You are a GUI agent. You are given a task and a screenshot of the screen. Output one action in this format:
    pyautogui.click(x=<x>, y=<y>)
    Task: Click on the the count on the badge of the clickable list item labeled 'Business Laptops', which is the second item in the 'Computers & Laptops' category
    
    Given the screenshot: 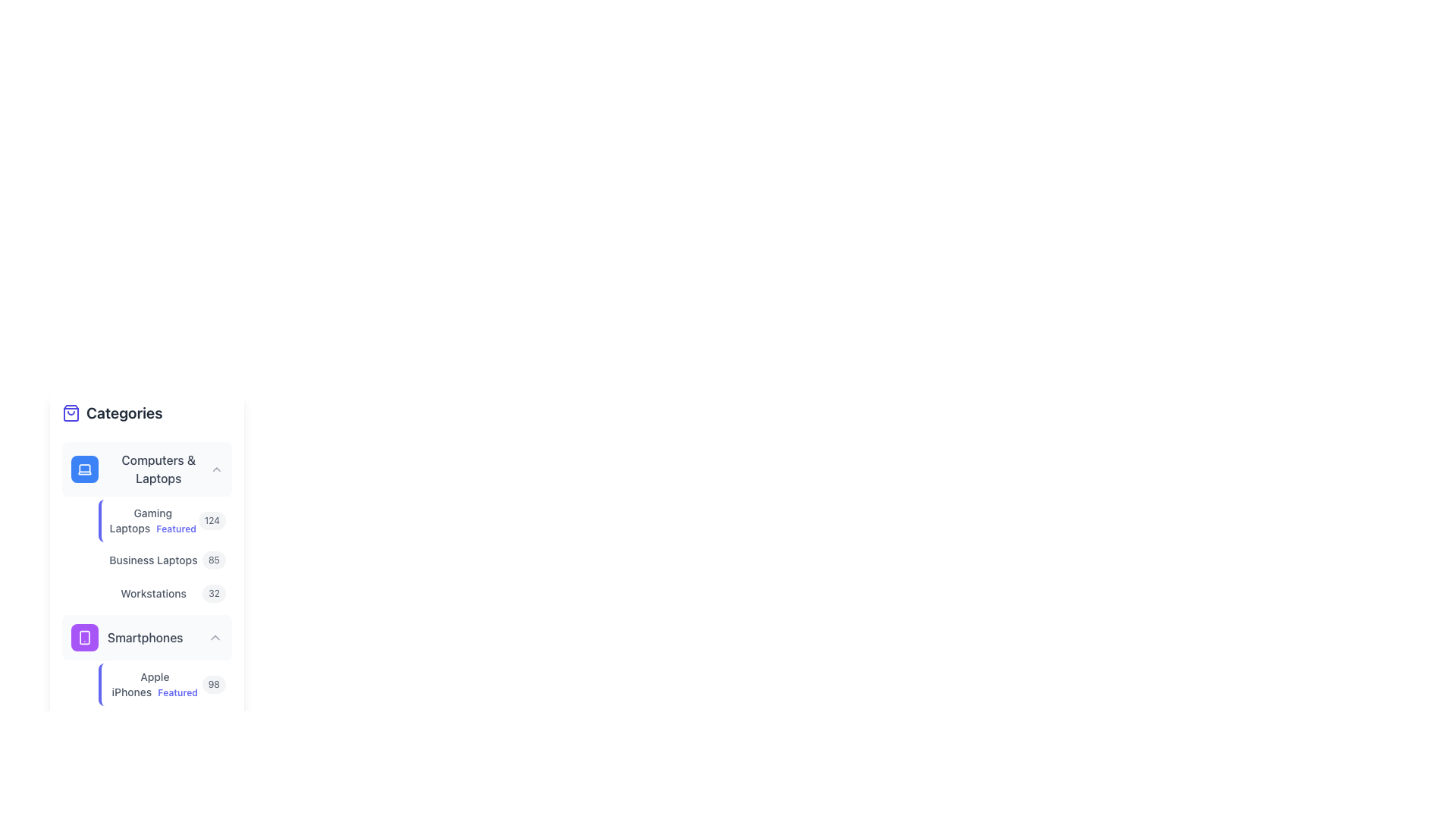 What is the action you would take?
    pyautogui.click(x=165, y=560)
    